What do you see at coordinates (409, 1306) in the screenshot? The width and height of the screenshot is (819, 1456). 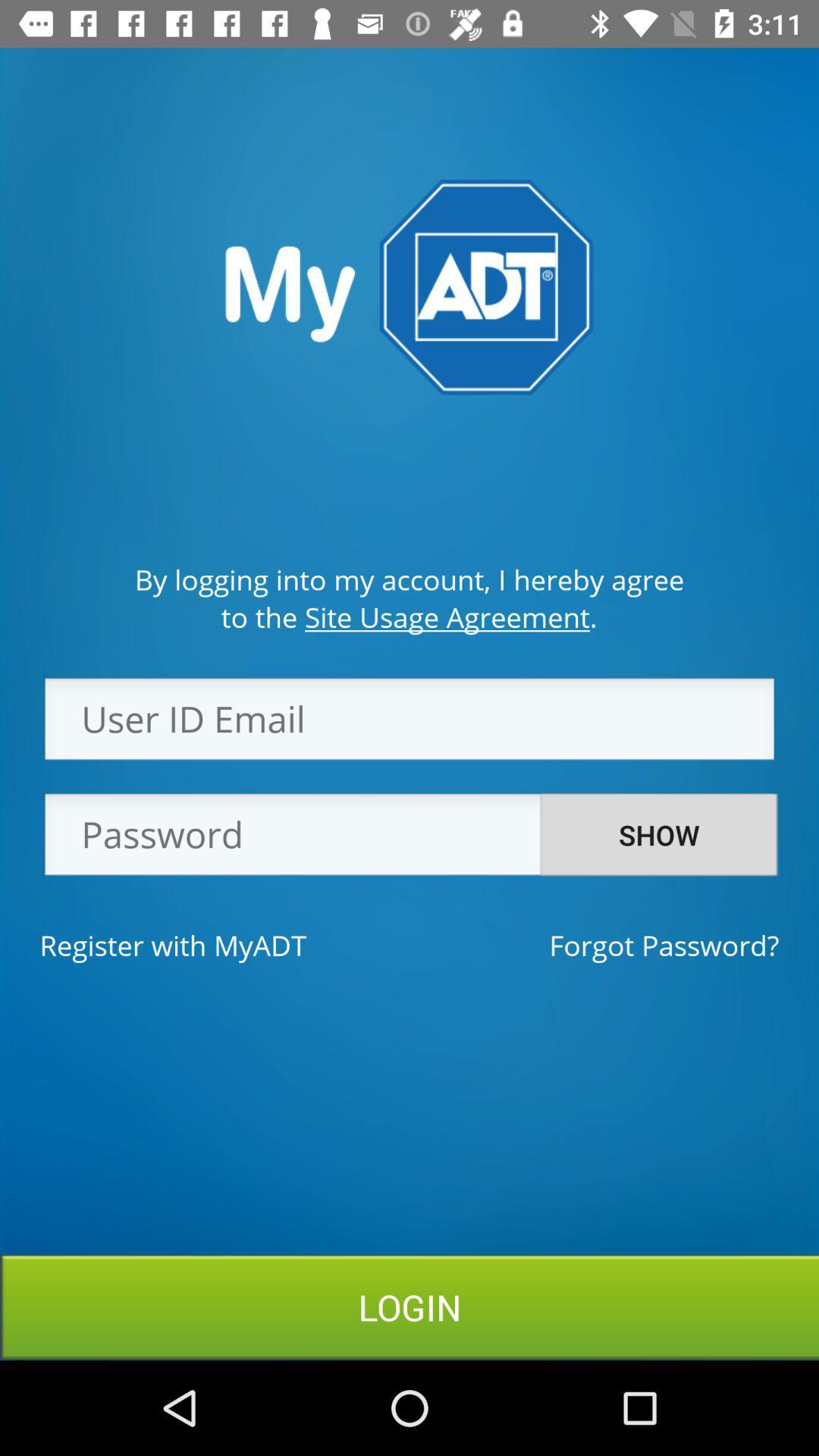 I see `the item below the register with myadt item` at bounding box center [409, 1306].